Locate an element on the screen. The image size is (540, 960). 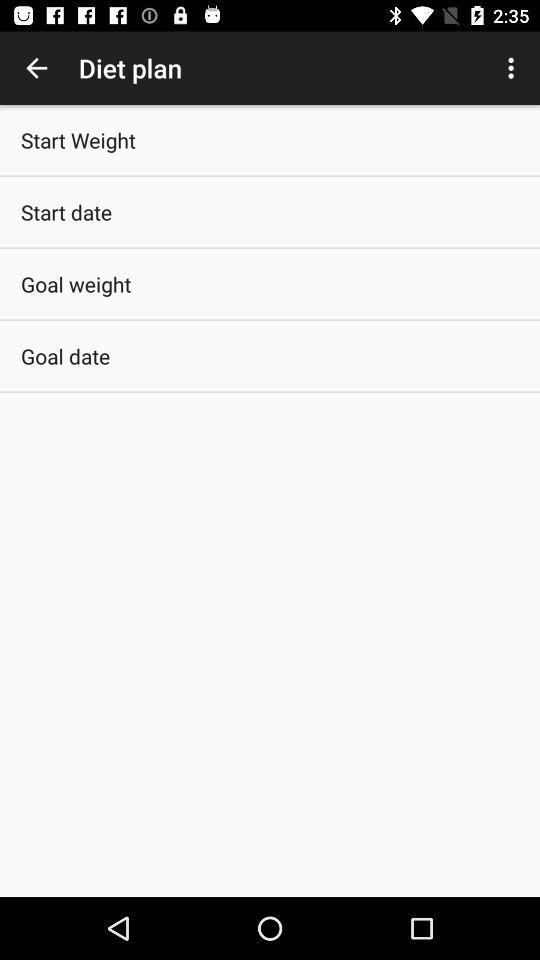
item at the top right corner is located at coordinates (513, 68).